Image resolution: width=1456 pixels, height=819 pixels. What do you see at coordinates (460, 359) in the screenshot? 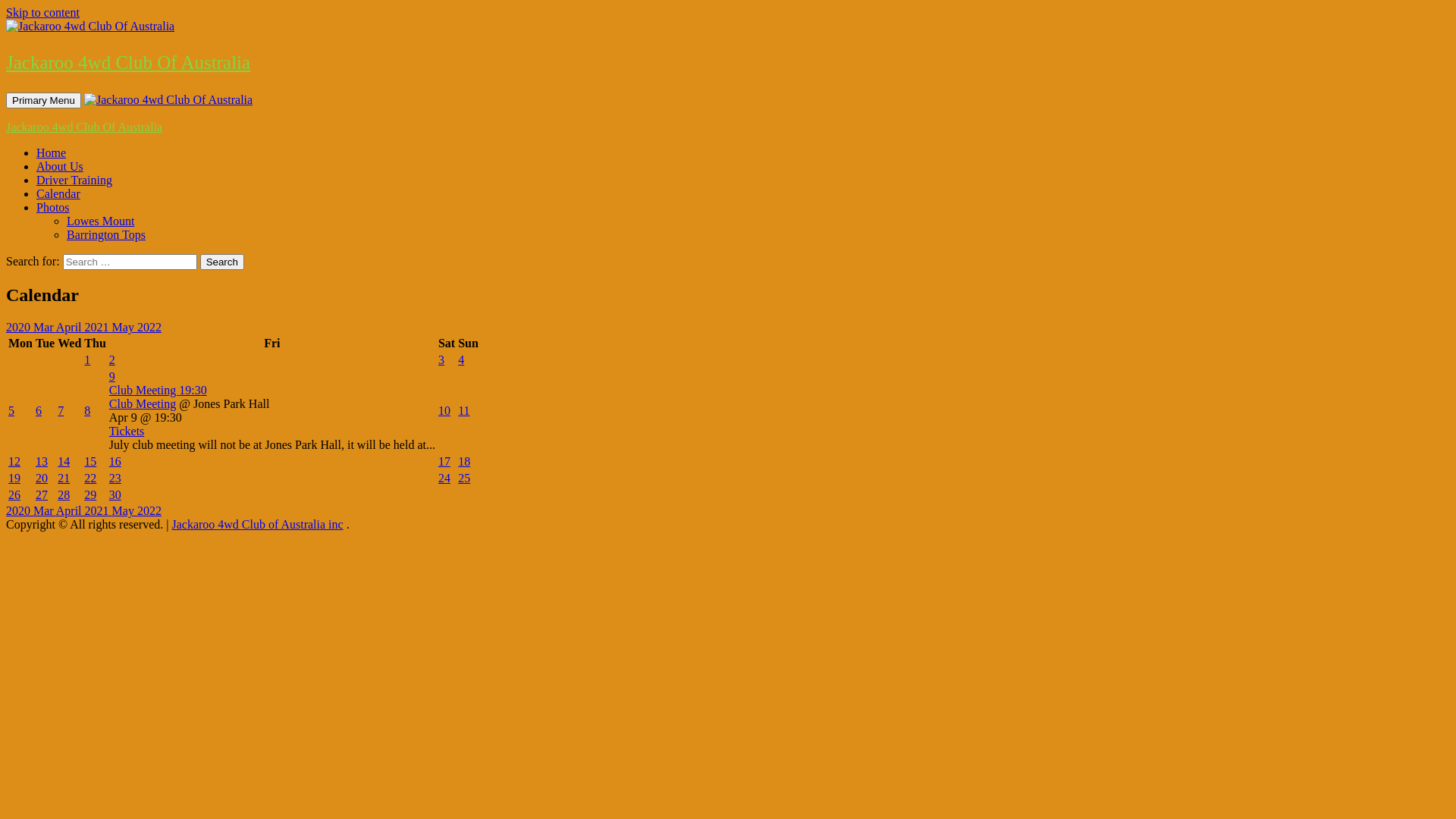
I see `'4'` at bounding box center [460, 359].